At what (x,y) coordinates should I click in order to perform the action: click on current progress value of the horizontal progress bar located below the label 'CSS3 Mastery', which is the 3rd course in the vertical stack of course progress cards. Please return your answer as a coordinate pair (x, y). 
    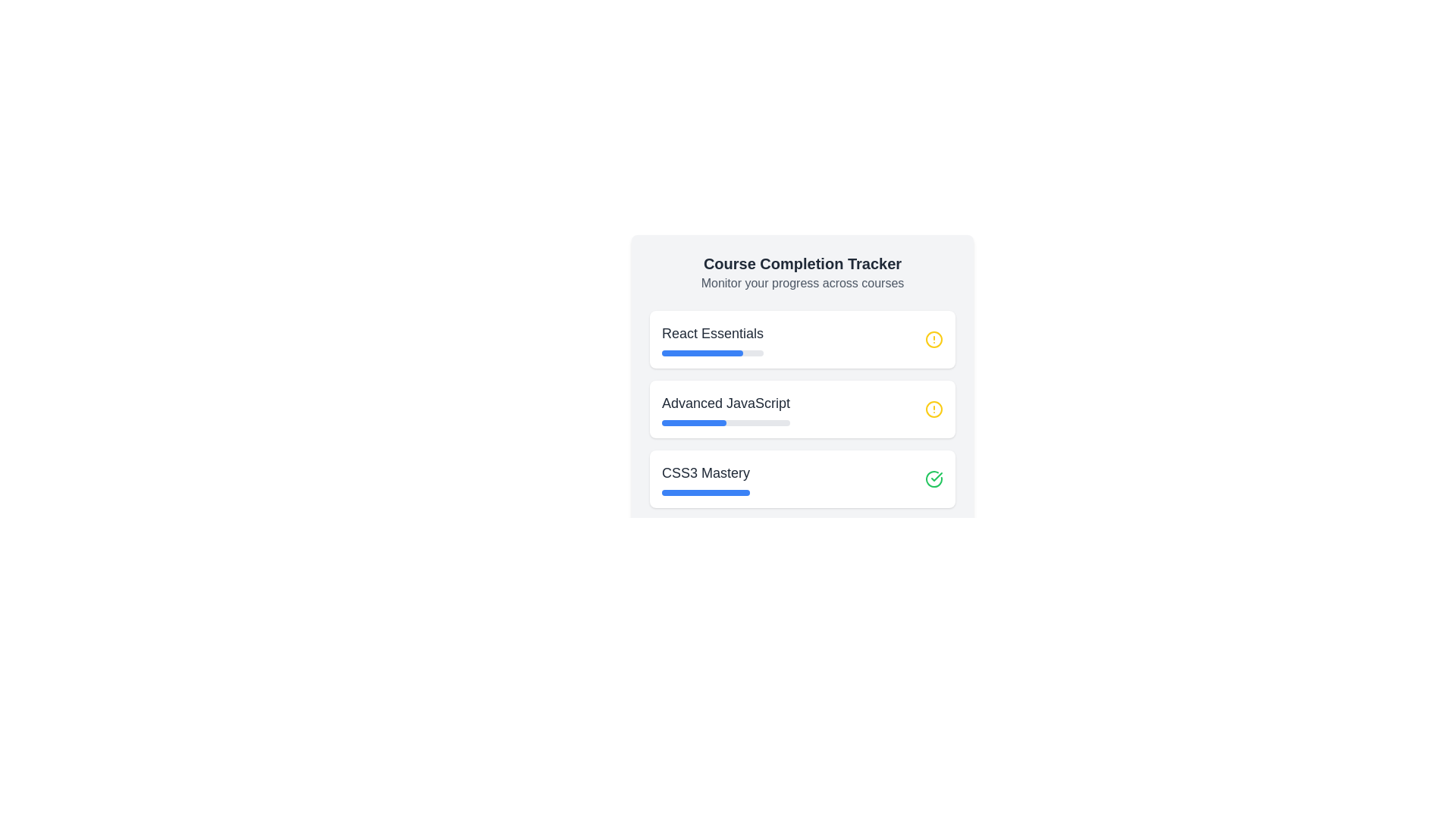
    Looking at the image, I should click on (705, 493).